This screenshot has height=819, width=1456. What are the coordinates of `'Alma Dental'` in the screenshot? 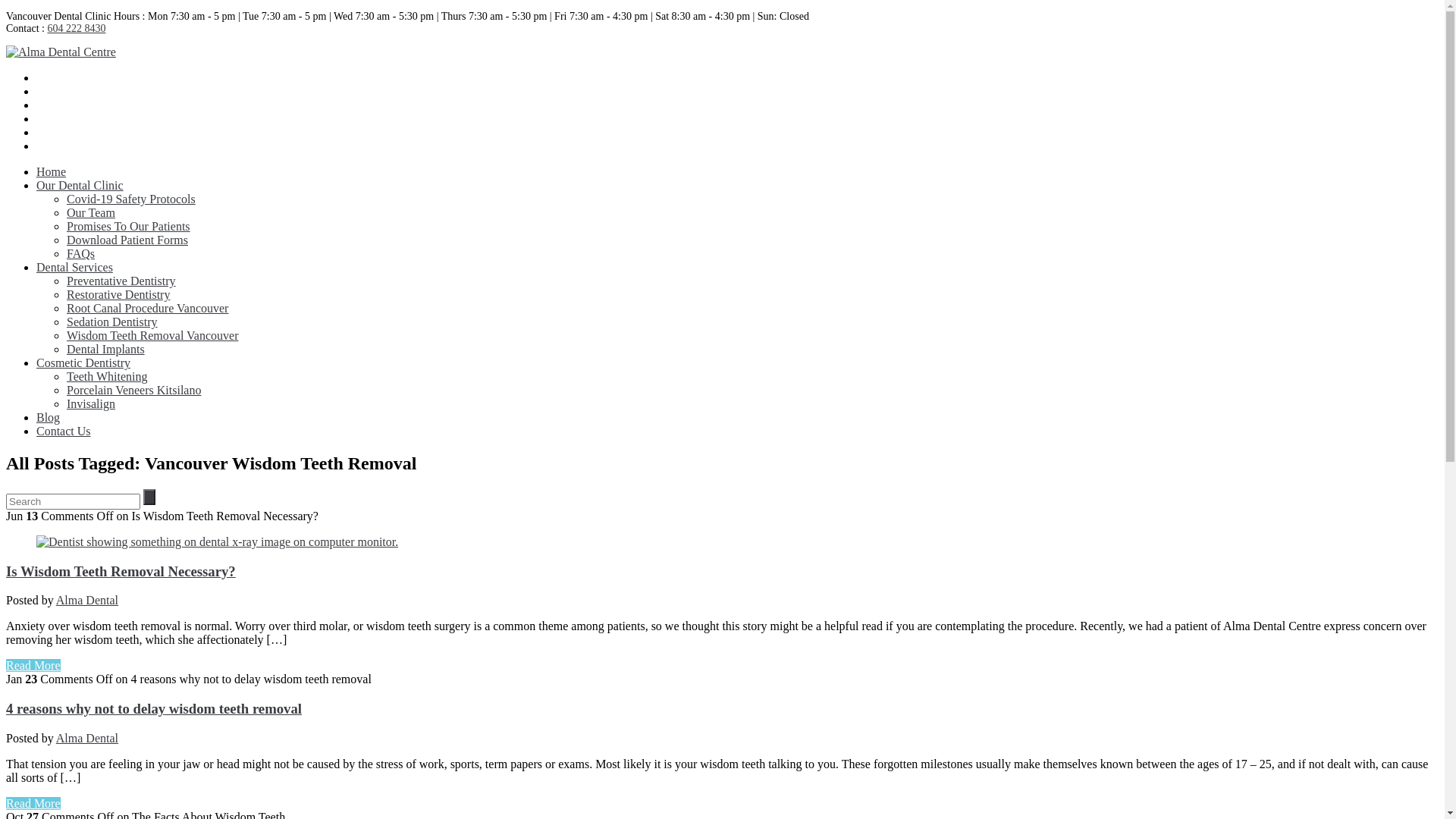 It's located at (86, 599).